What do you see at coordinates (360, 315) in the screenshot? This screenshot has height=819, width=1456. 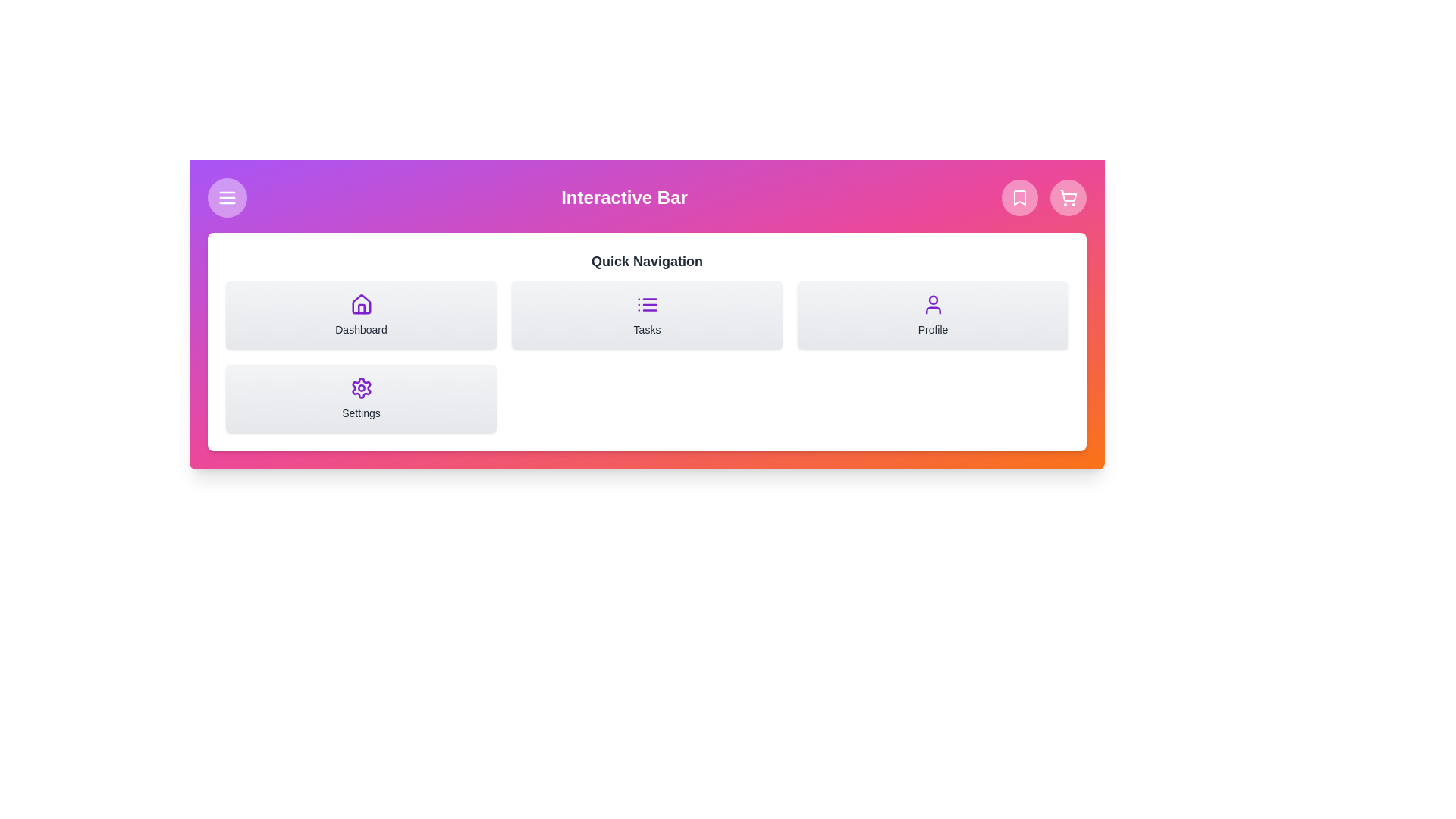 I see `the 'Dashboard' navigation button` at bounding box center [360, 315].